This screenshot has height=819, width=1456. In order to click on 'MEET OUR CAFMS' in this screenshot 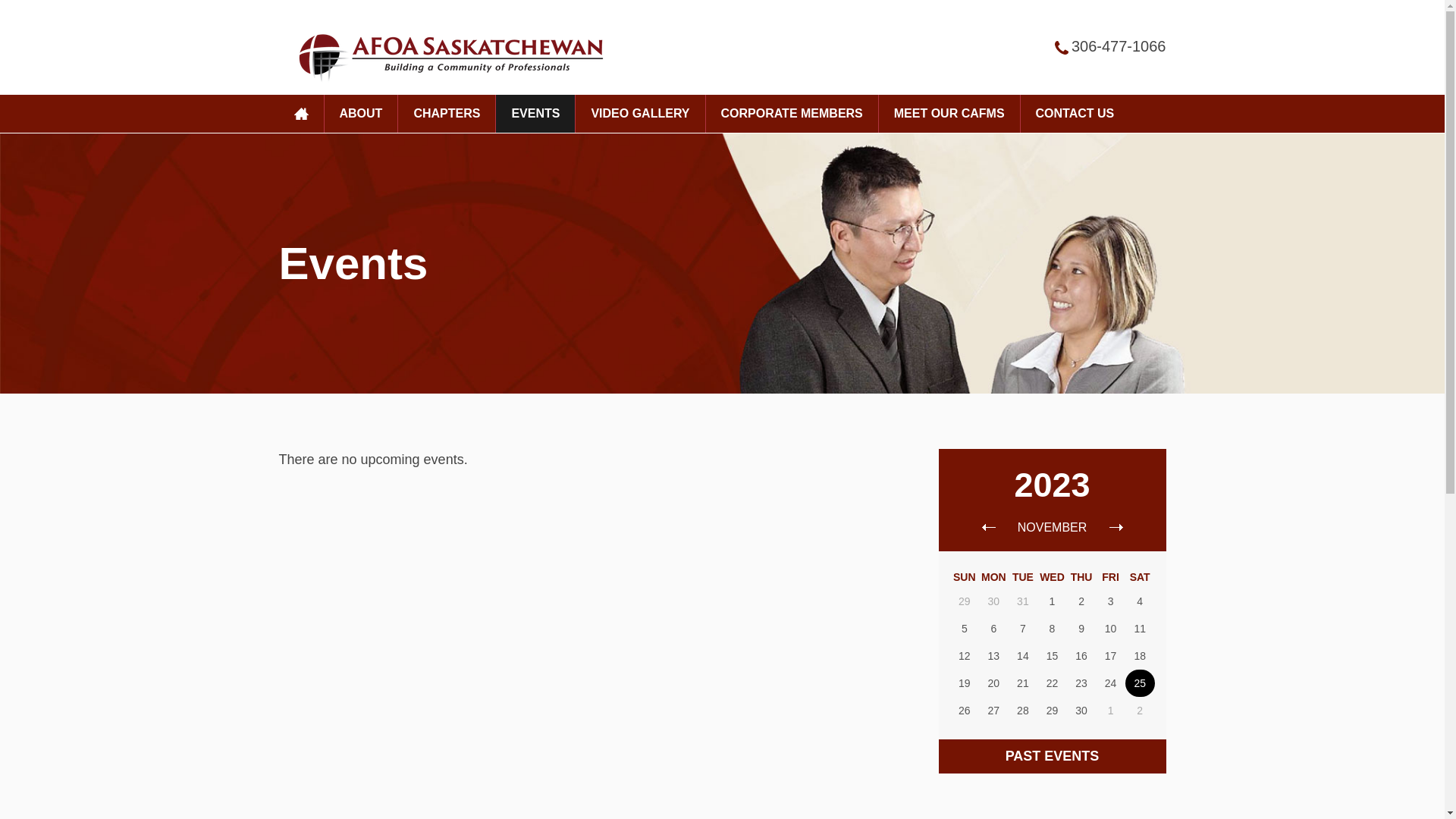, I will do `click(949, 113)`.